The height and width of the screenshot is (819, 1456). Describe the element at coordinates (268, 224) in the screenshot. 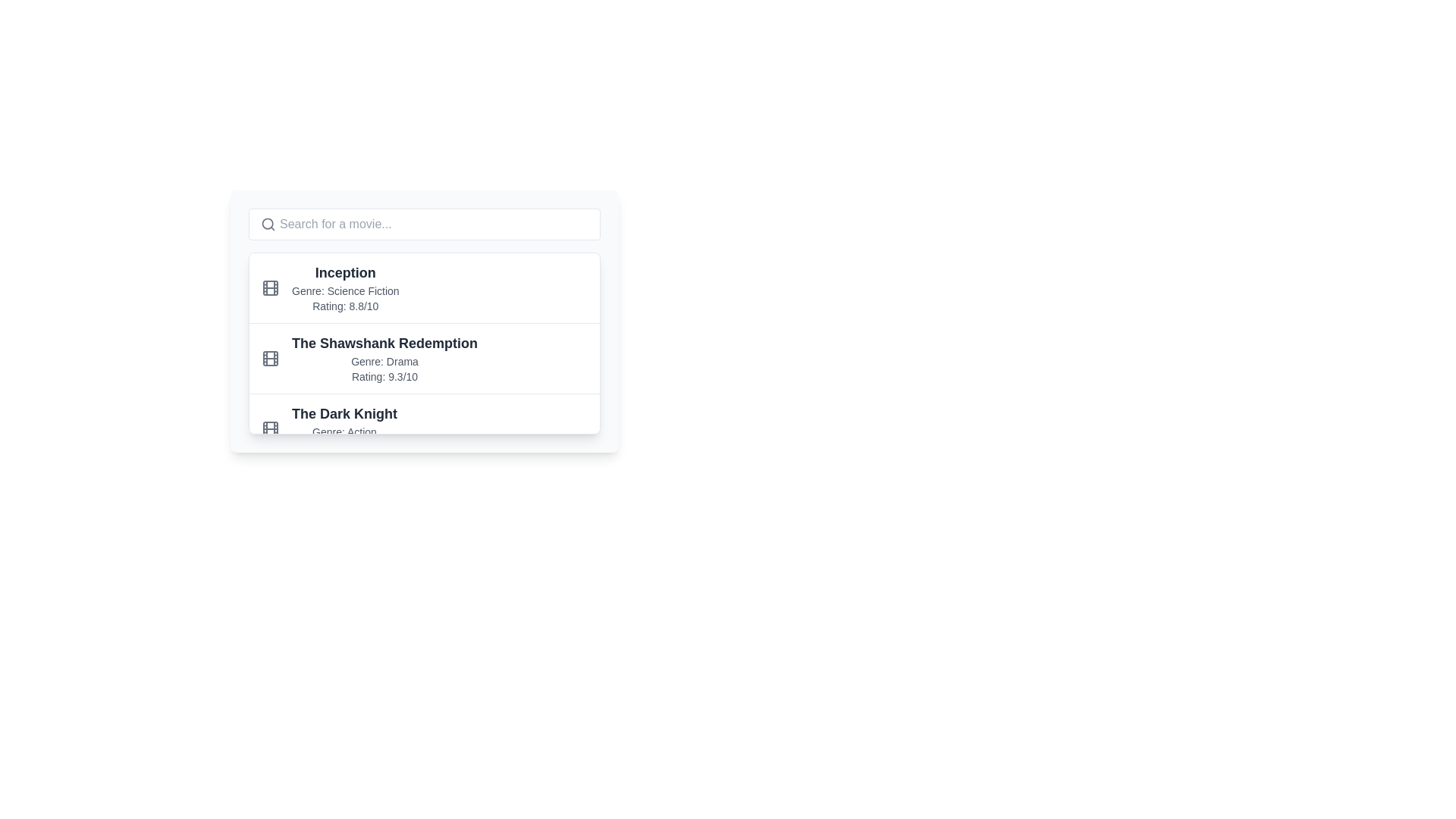

I see `the circular outline graphic element that represents the search magnifying glass, located to the left of the input field` at that location.